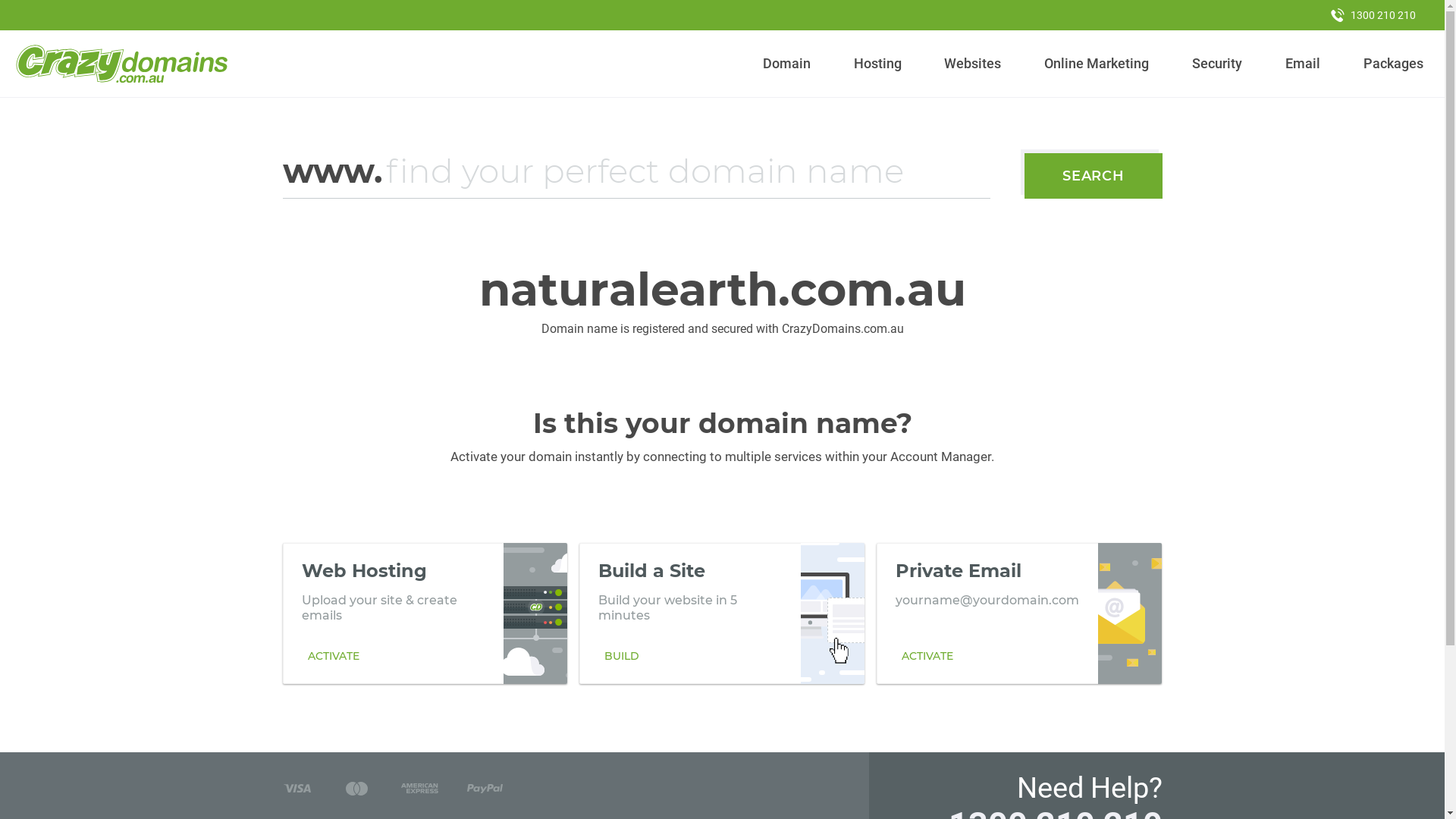 This screenshot has width=1456, height=819. What do you see at coordinates (972, 63) in the screenshot?
I see `'Websites'` at bounding box center [972, 63].